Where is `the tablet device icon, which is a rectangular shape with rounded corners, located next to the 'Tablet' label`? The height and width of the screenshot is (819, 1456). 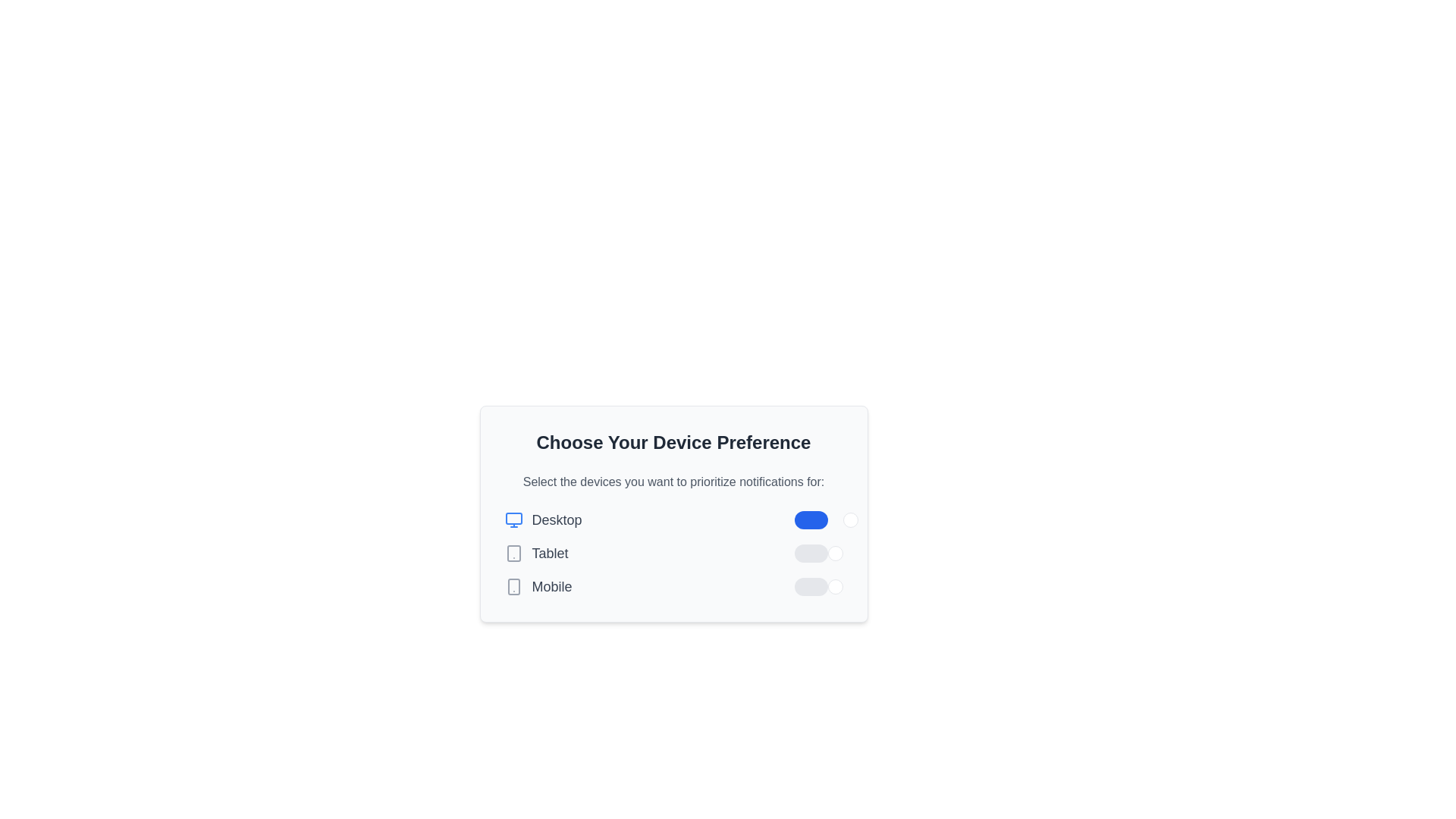 the tablet device icon, which is a rectangular shape with rounded corners, located next to the 'Tablet' label is located at coordinates (513, 553).